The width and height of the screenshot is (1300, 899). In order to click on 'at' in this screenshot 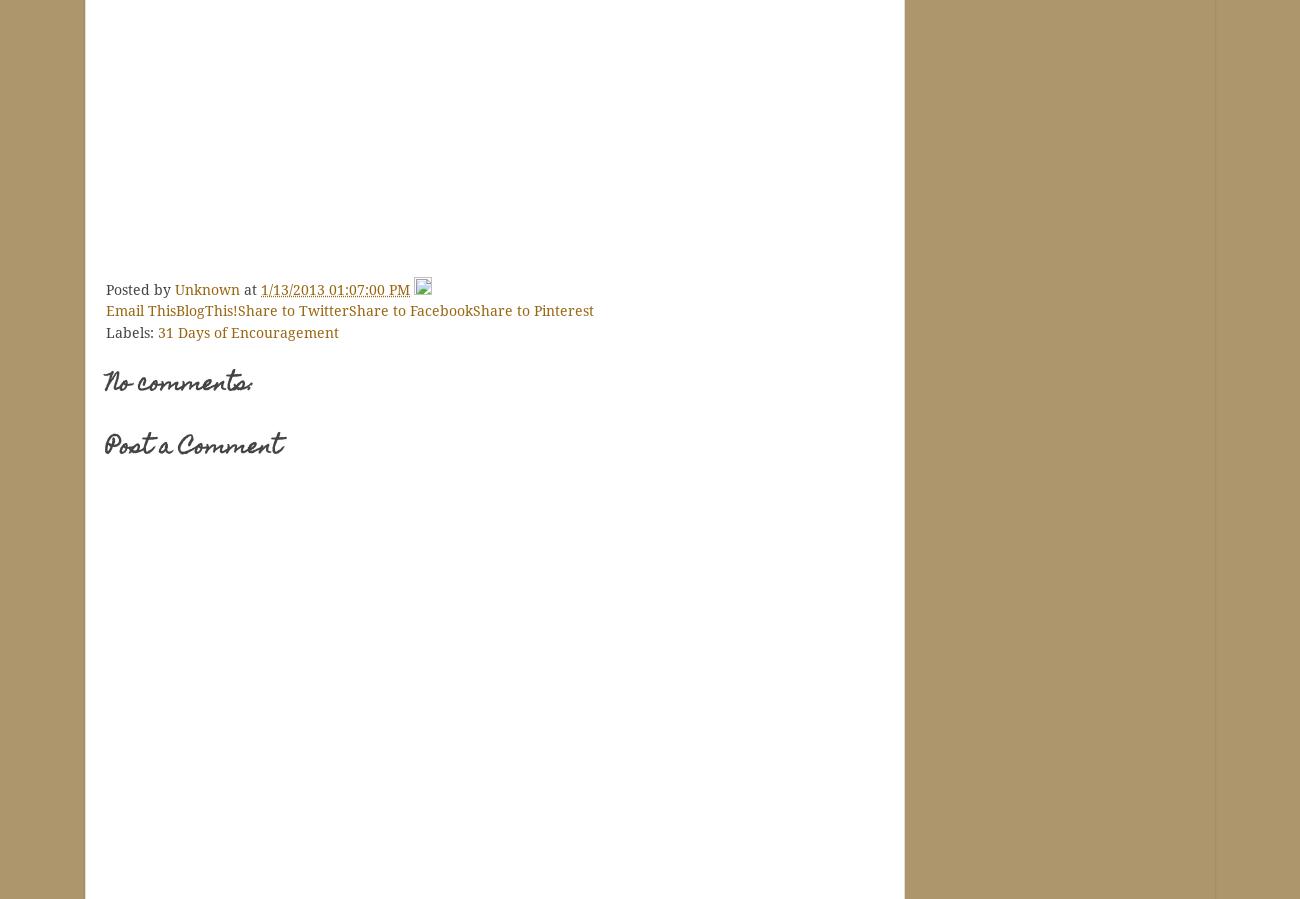, I will do `click(251, 289)`.